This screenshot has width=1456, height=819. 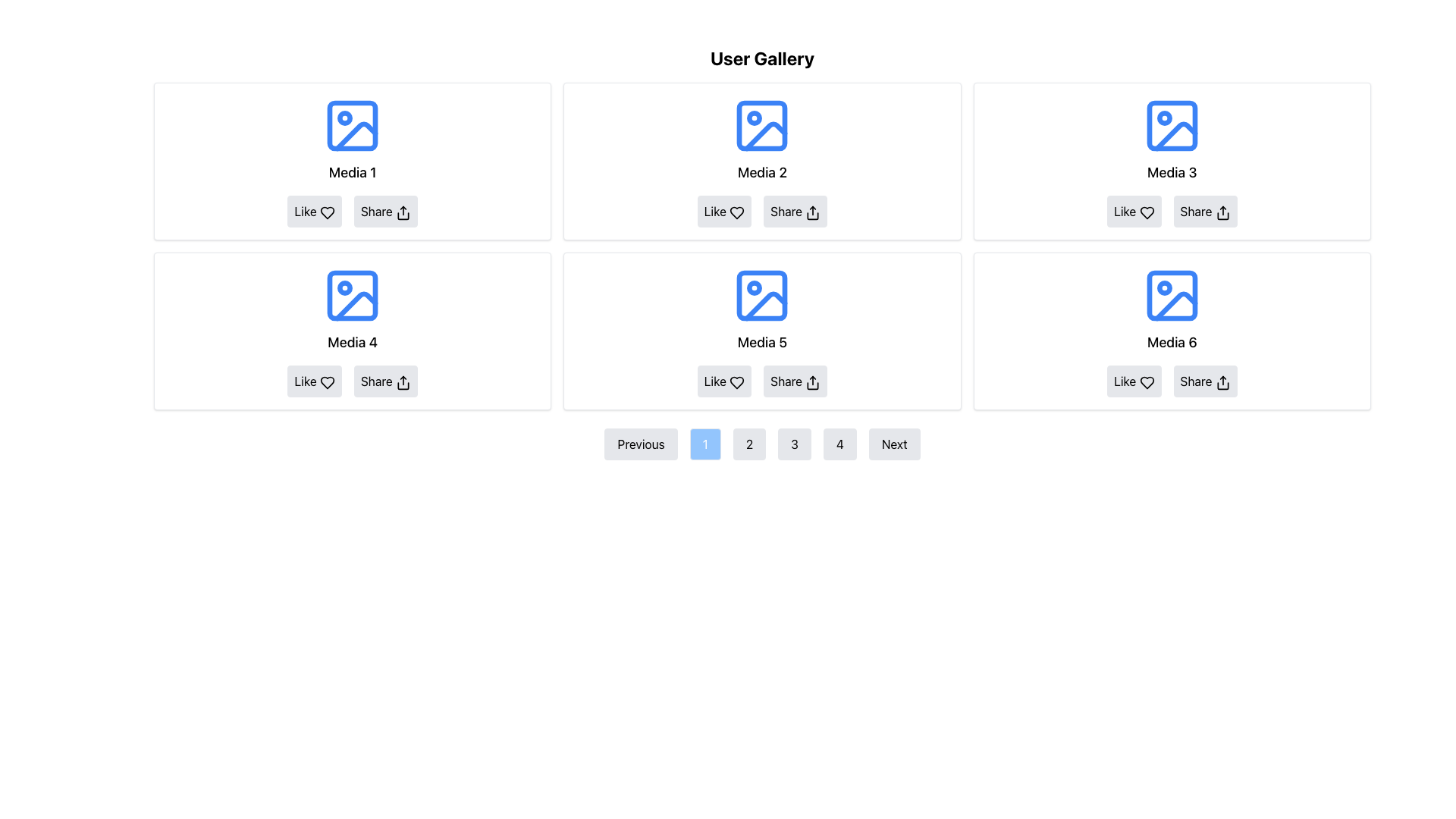 I want to click on the upward arrow icon that is part of the 'Share' button located below the 'Media 1' section in the user gallery grid, so click(x=403, y=212).